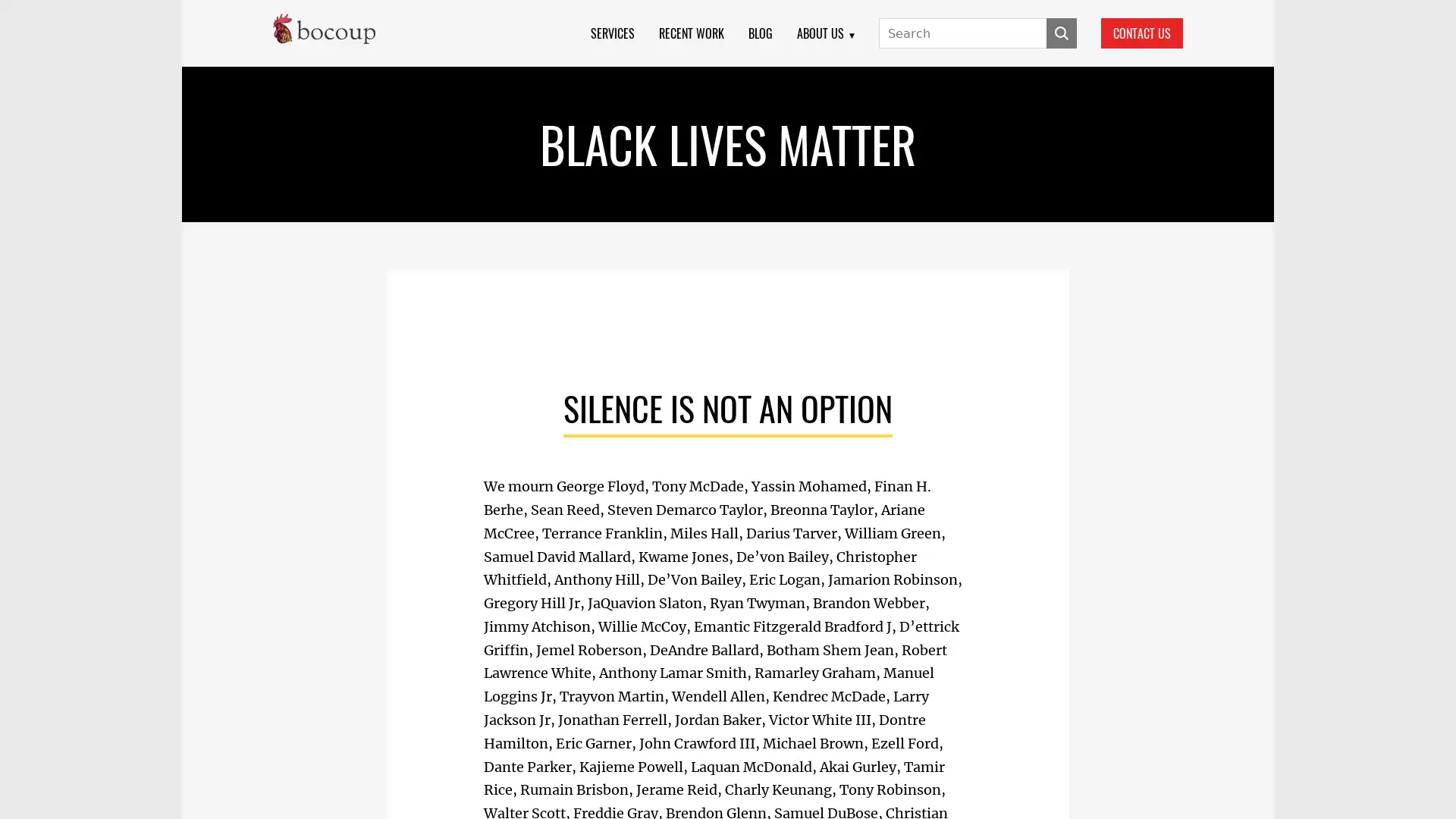 Image resolution: width=1456 pixels, height=819 pixels. What do you see at coordinates (1061, 33) in the screenshot?
I see `SUBMIT` at bounding box center [1061, 33].